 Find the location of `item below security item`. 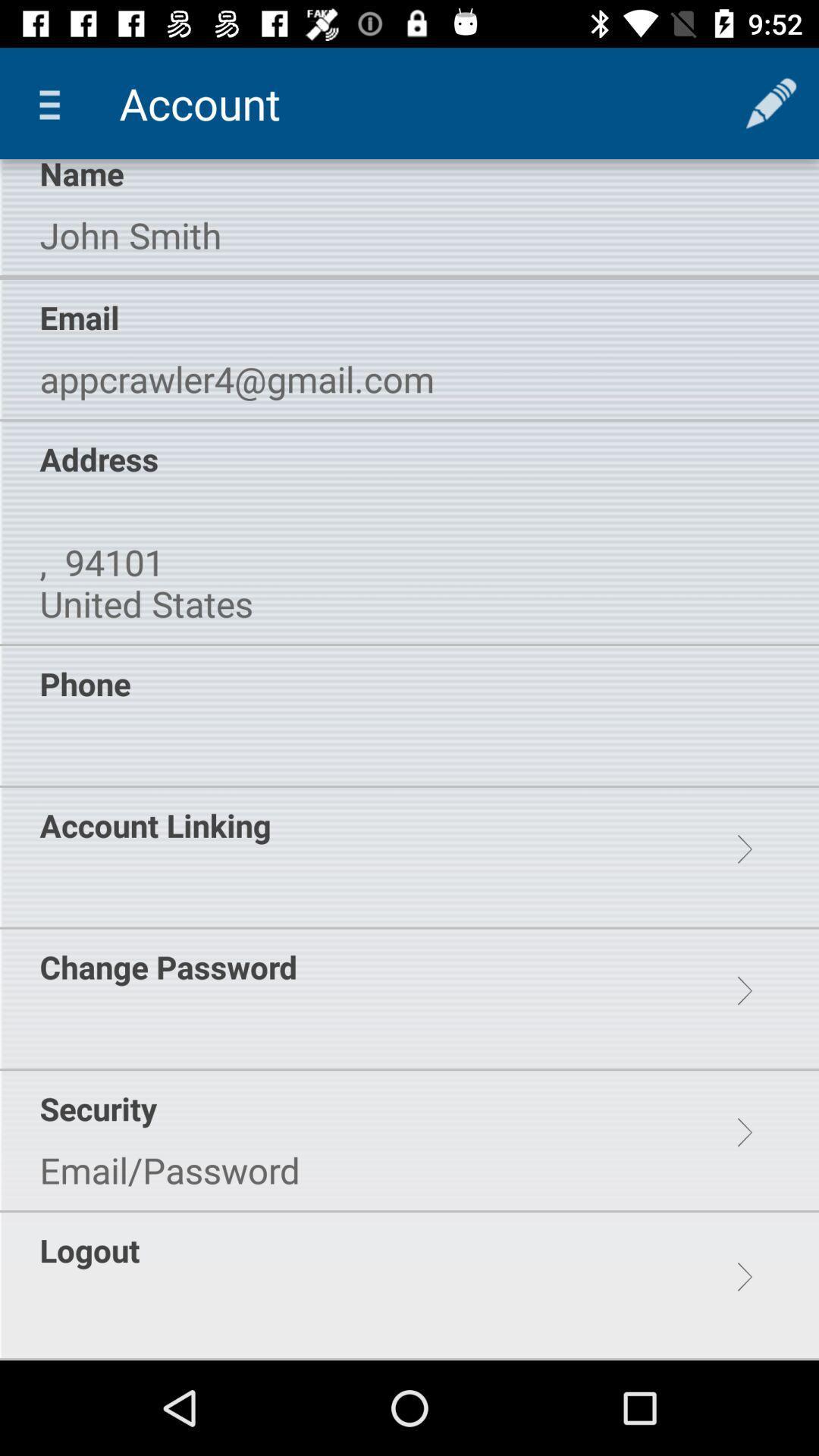

item below security item is located at coordinates (170, 1169).